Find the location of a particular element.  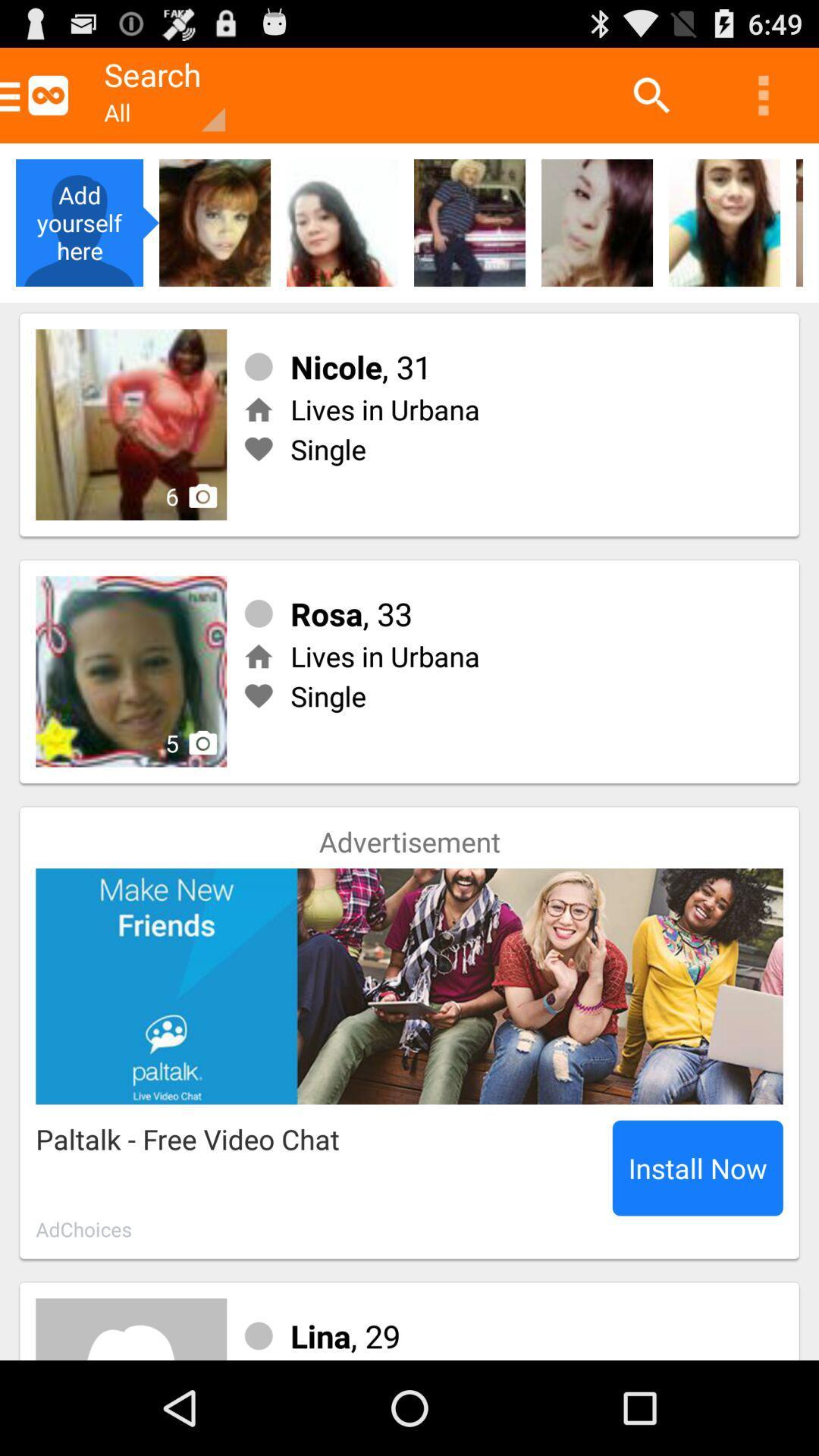

below the icon line is located at coordinates (596, 221).